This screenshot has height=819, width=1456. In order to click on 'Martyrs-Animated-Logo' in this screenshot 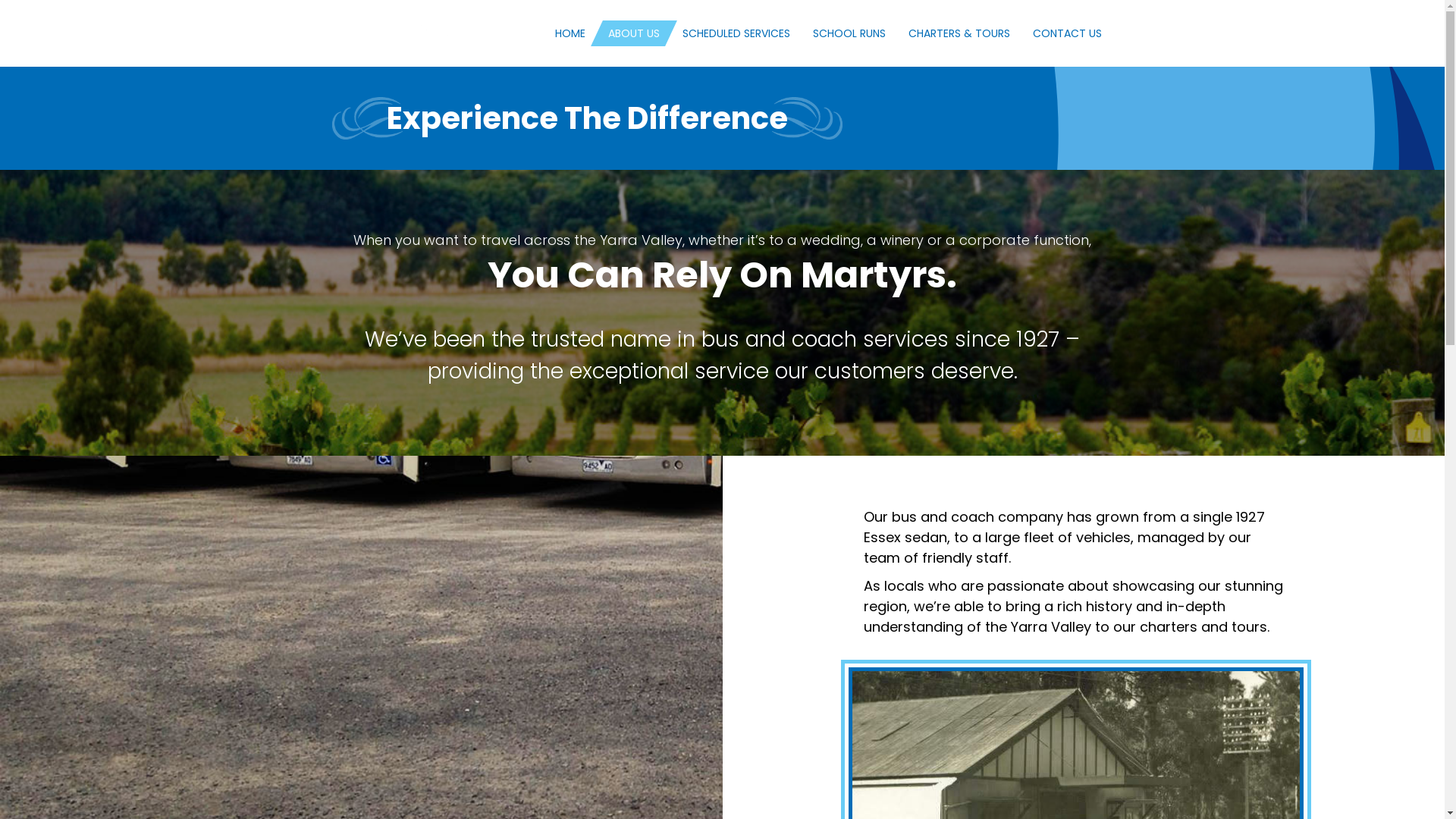, I will do `click(397, 33)`.